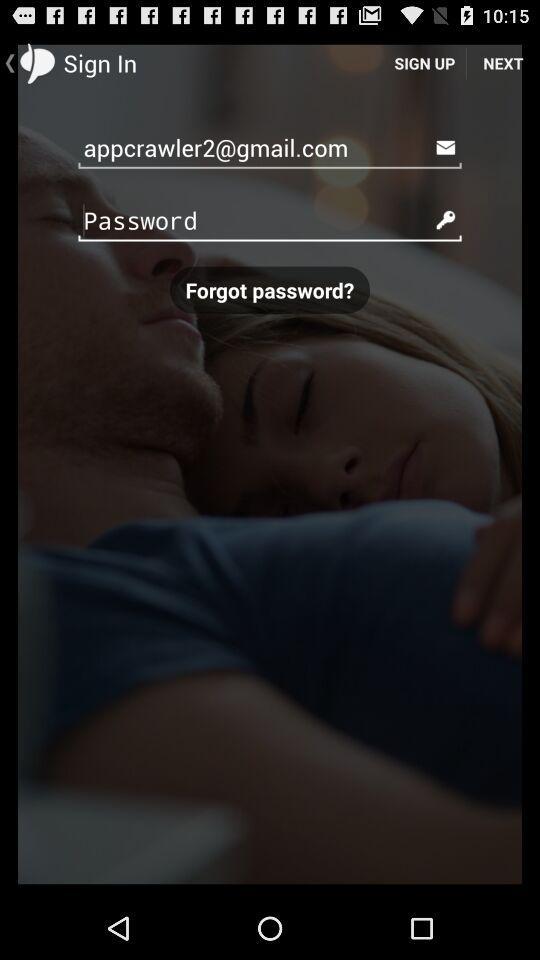 This screenshot has height=960, width=540. I want to click on item above appcrawler2@gmail.com, so click(502, 62).